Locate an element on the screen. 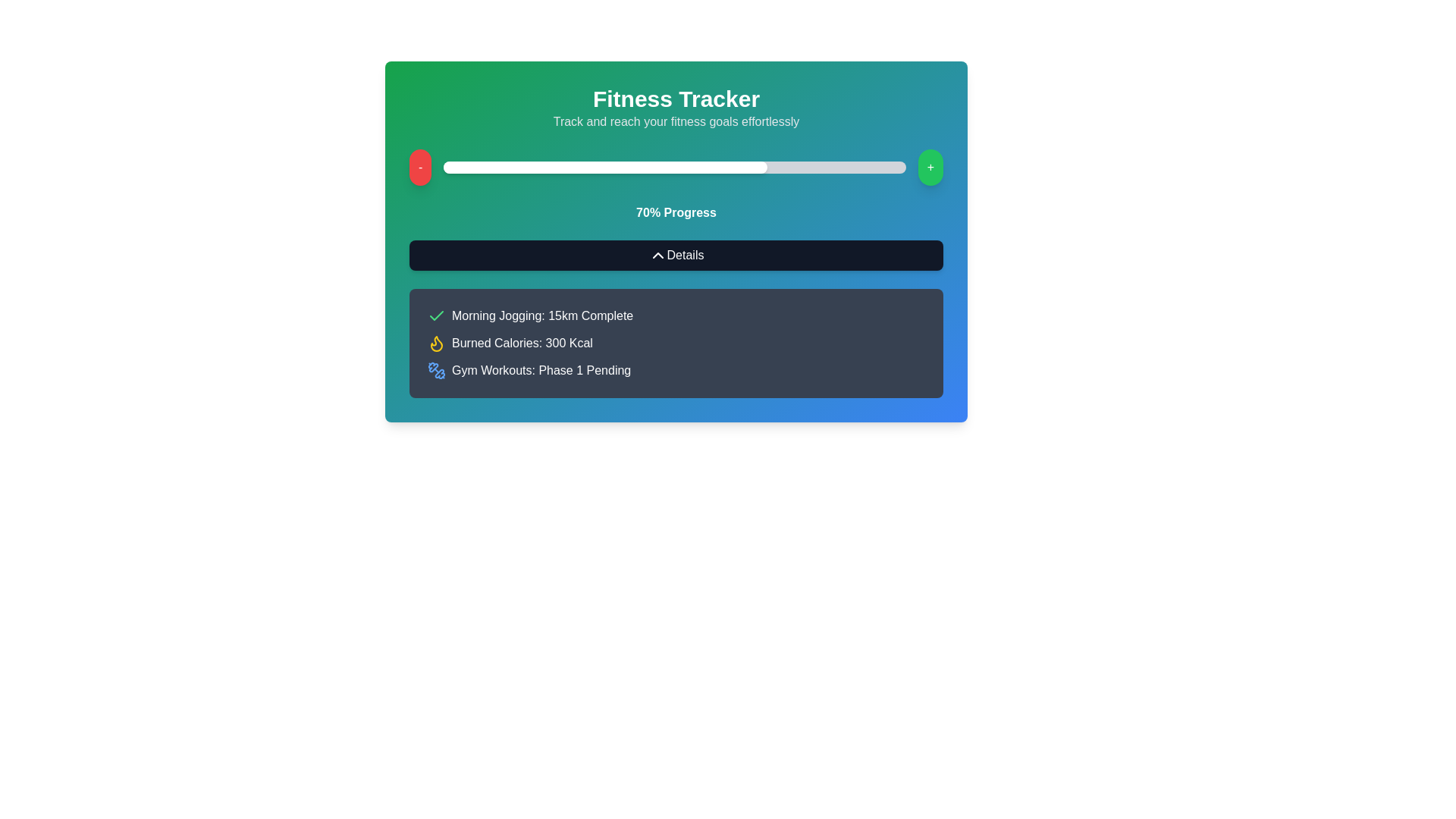 The width and height of the screenshot is (1456, 819). progress percentage displayed as '70% Progress' in white bold font, located below the progress bar and above the 'Details' button is located at coordinates (676, 213).